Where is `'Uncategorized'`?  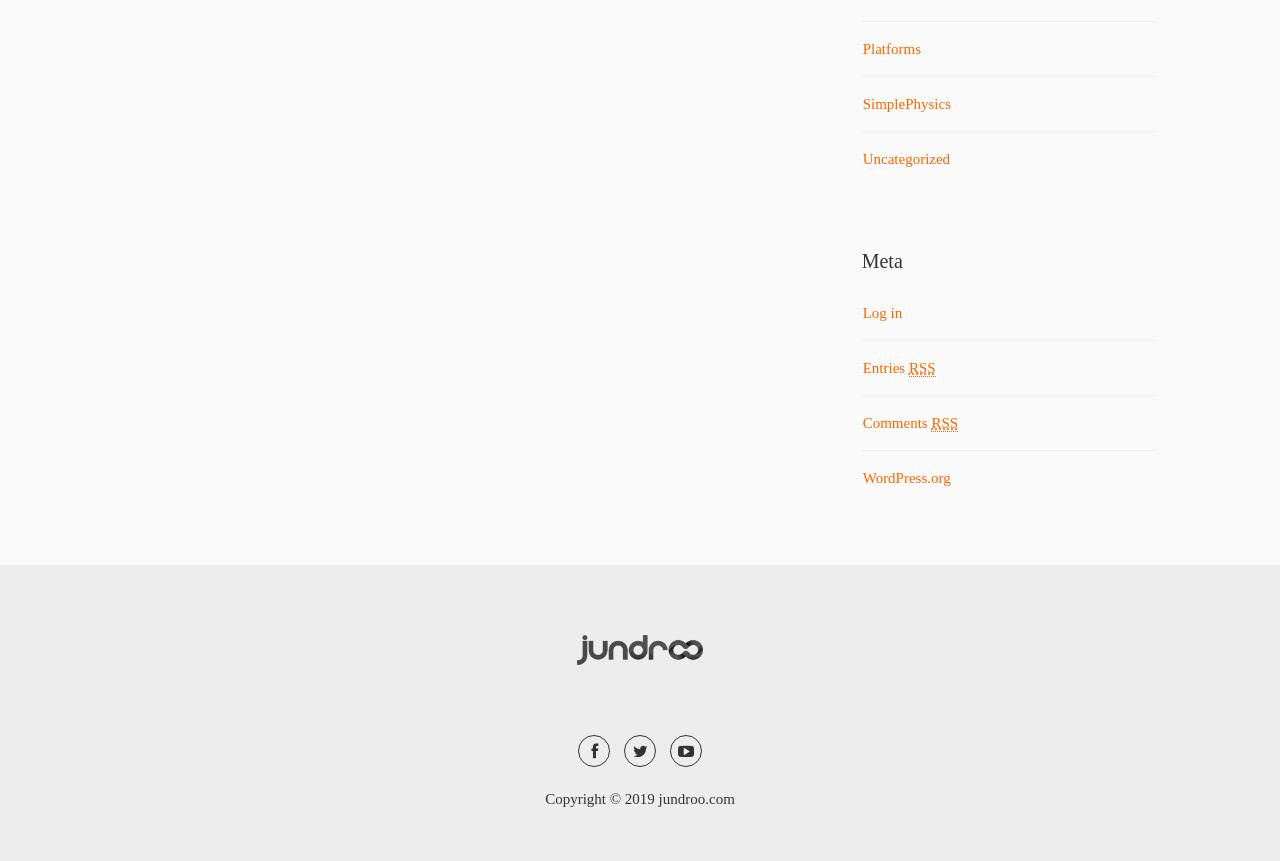
'Uncategorized' is located at coordinates (904, 159).